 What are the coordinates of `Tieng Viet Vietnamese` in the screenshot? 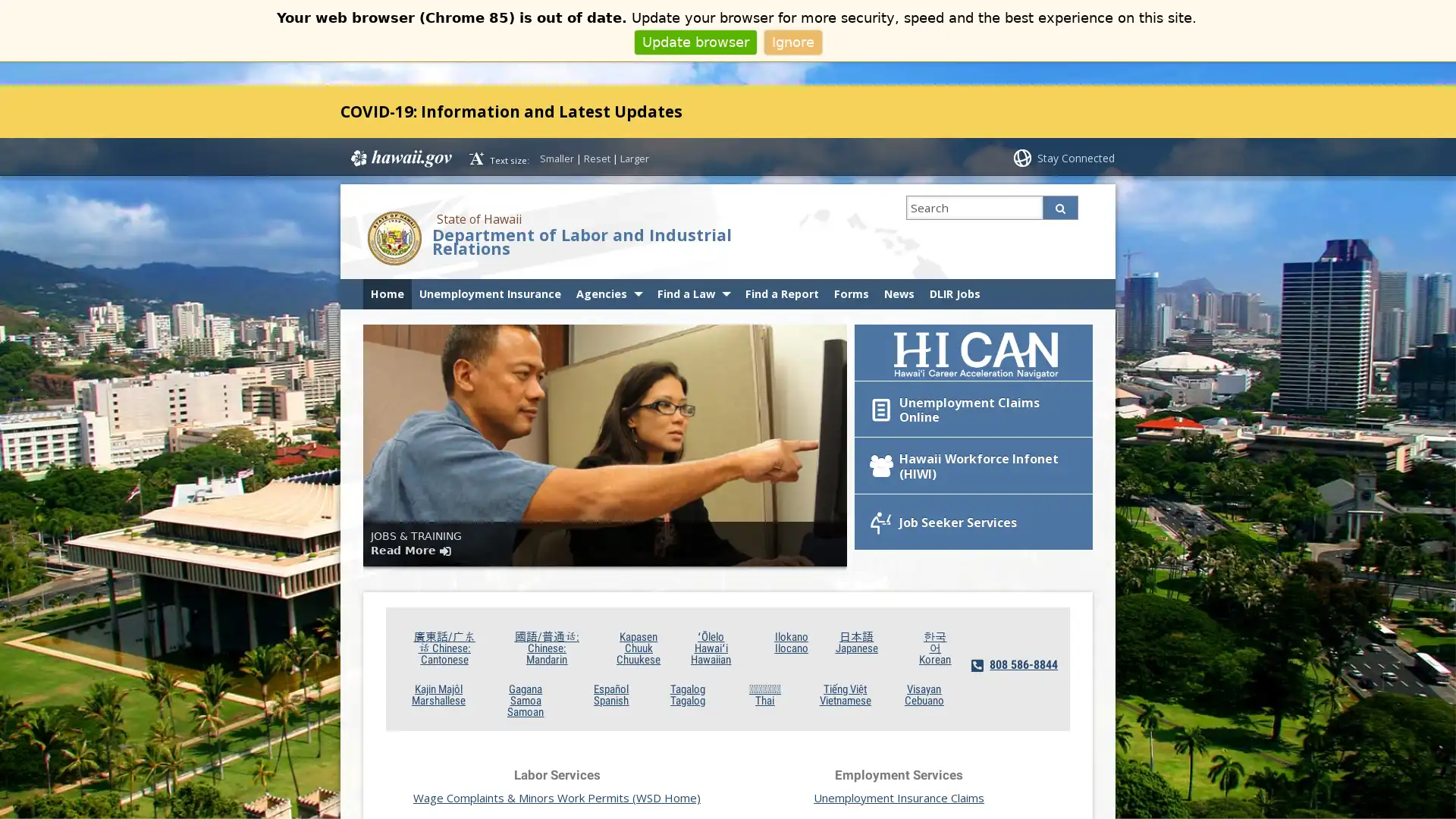 It's located at (843, 701).